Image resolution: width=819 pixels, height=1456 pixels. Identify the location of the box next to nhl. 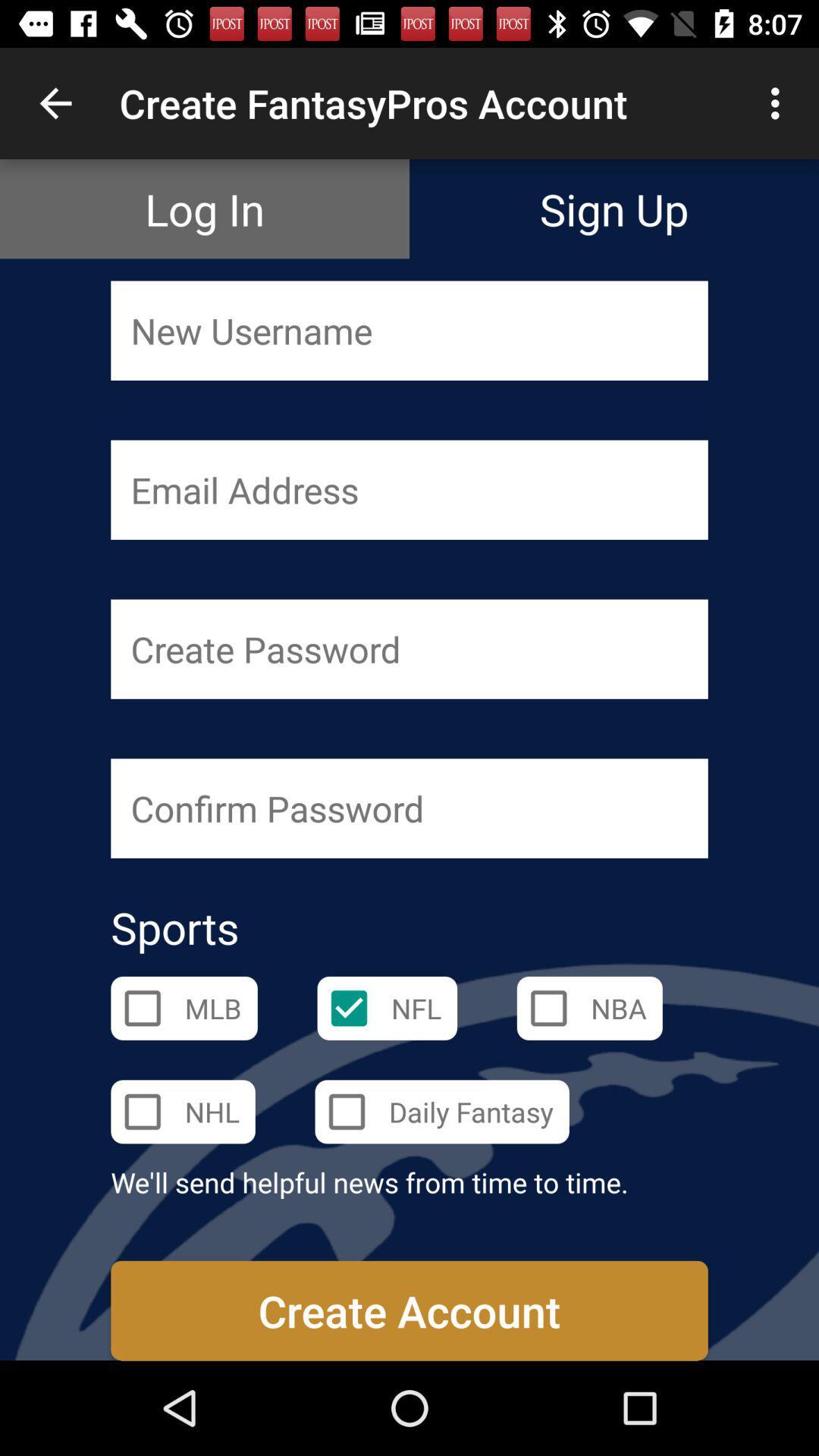
(143, 1111).